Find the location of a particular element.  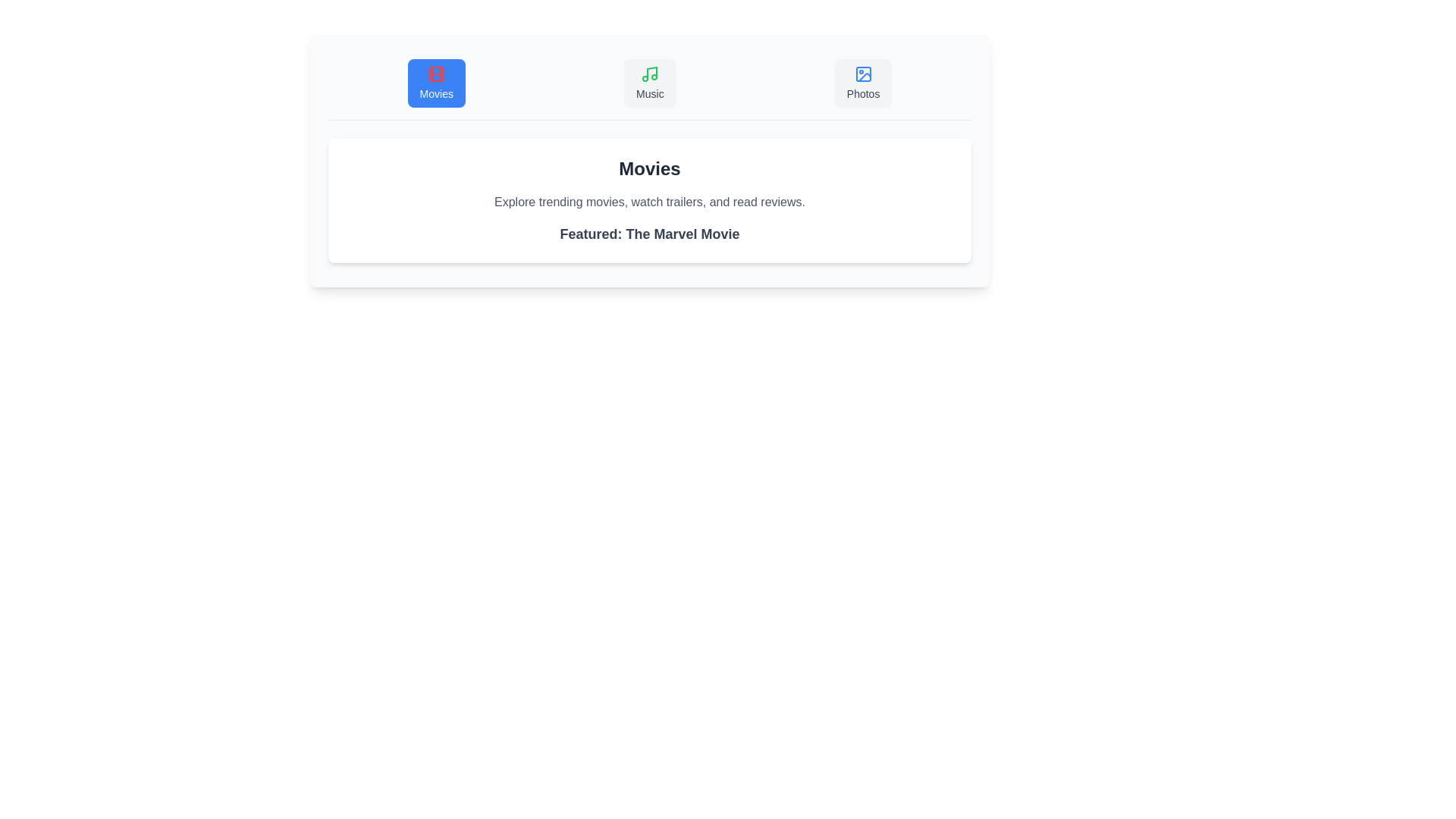

the Photos tab in the MultimediaBrowser component is located at coordinates (863, 83).